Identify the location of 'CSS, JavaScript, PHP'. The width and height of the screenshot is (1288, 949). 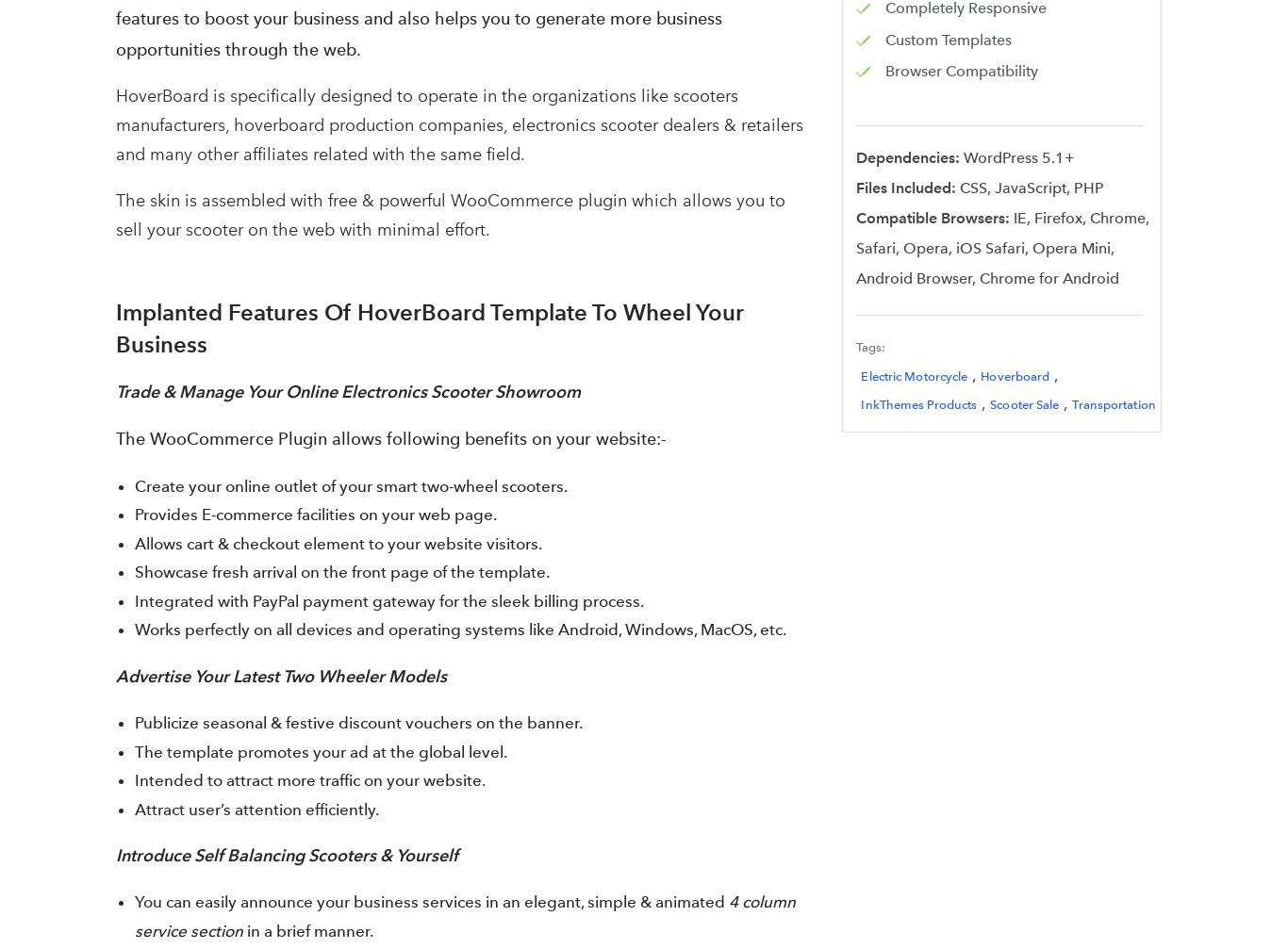
(1029, 188).